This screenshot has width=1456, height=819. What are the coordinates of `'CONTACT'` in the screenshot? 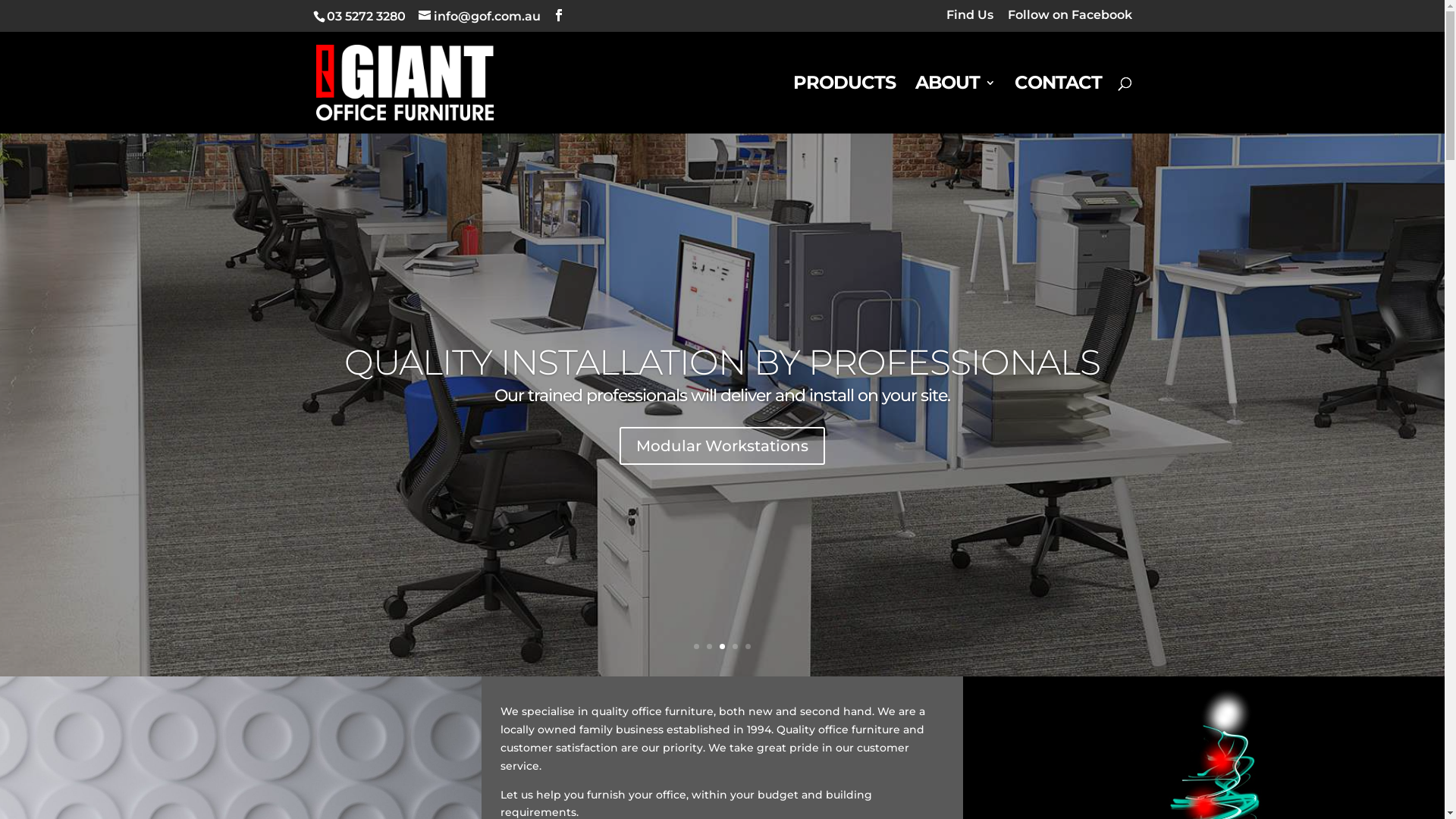 It's located at (1057, 104).